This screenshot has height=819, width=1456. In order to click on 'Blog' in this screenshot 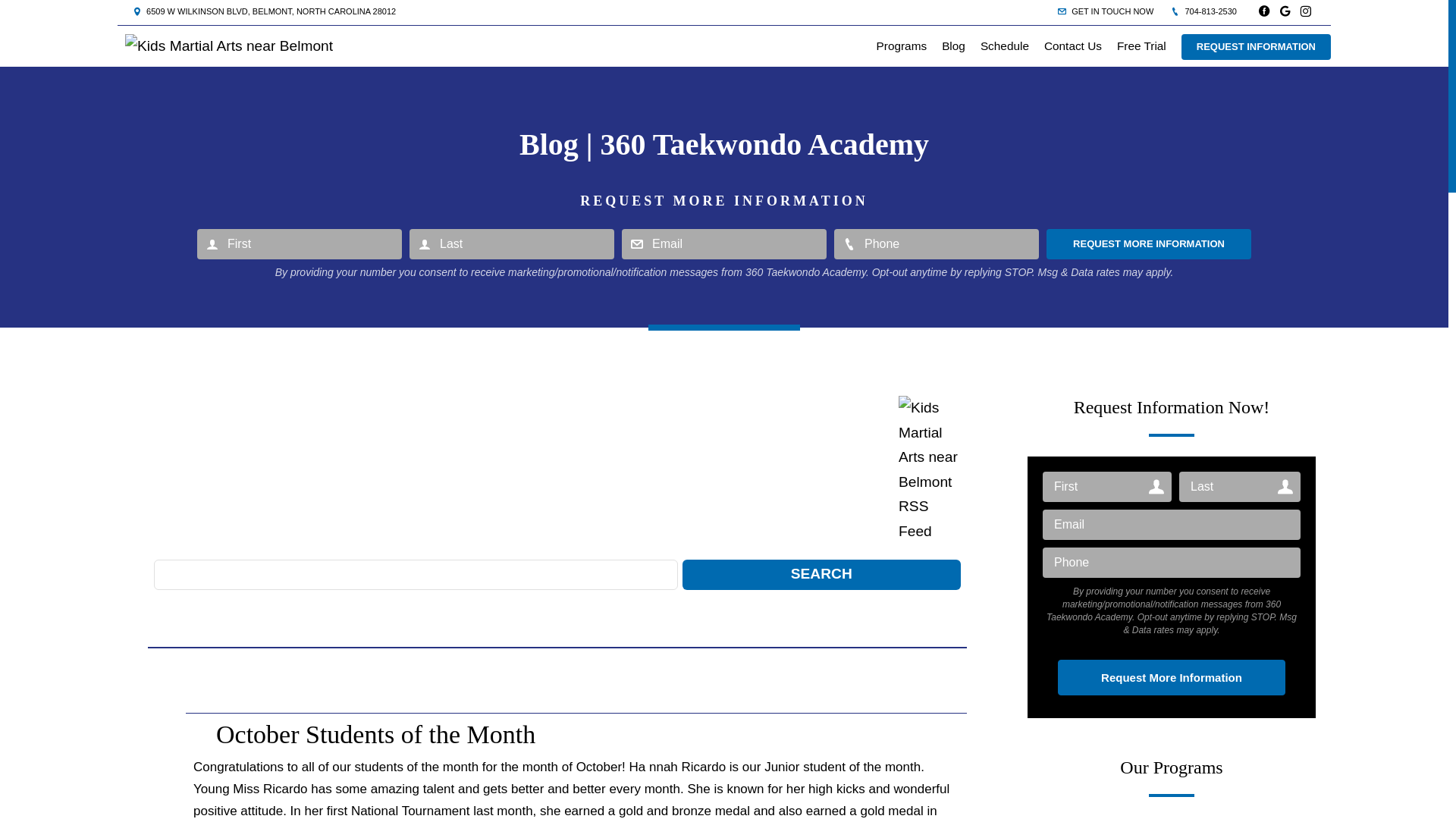, I will do `click(952, 45)`.